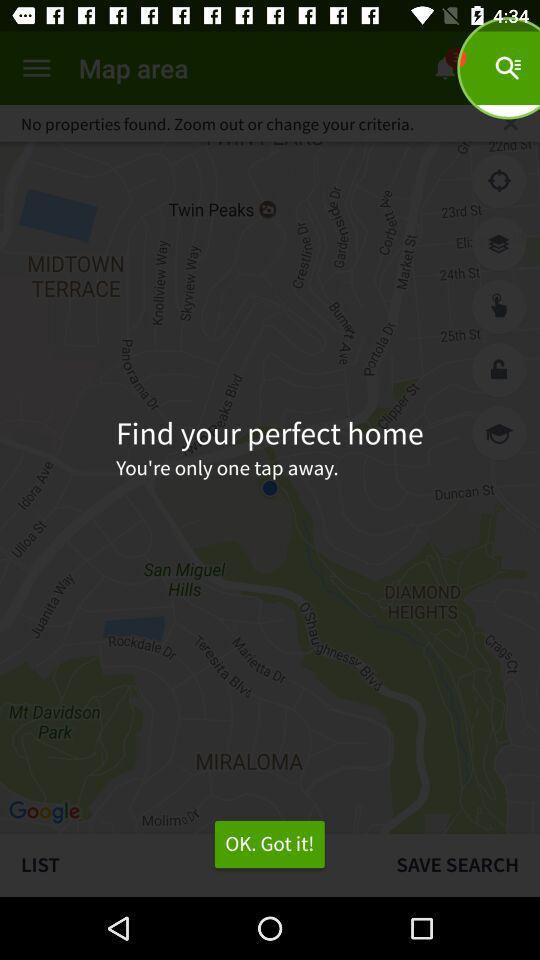 The image size is (540, 960). I want to click on close, so click(510, 122).